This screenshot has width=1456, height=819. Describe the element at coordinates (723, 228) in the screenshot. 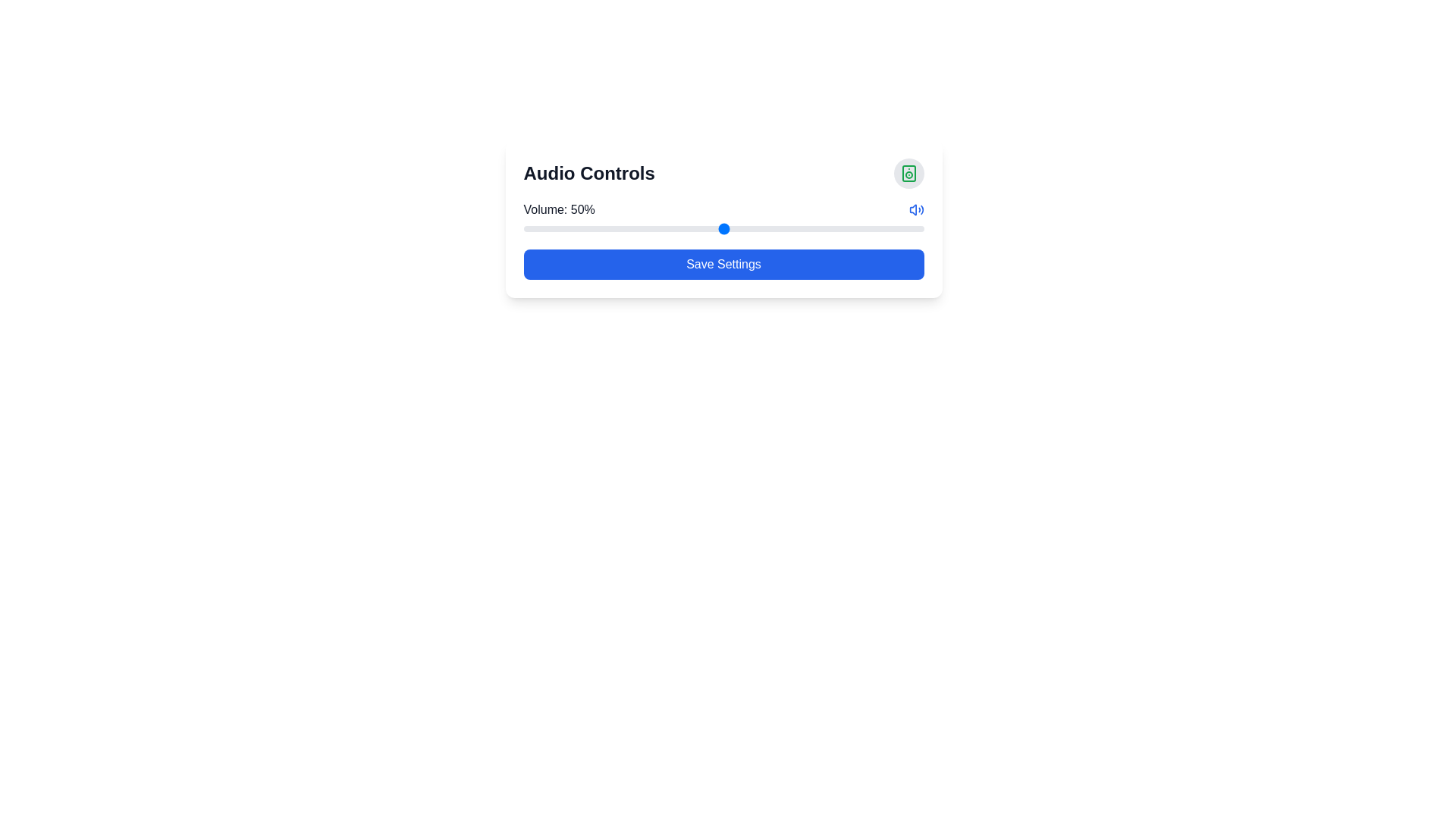

I see `the horizontal range slider with a gray track and blue thumb` at that location.